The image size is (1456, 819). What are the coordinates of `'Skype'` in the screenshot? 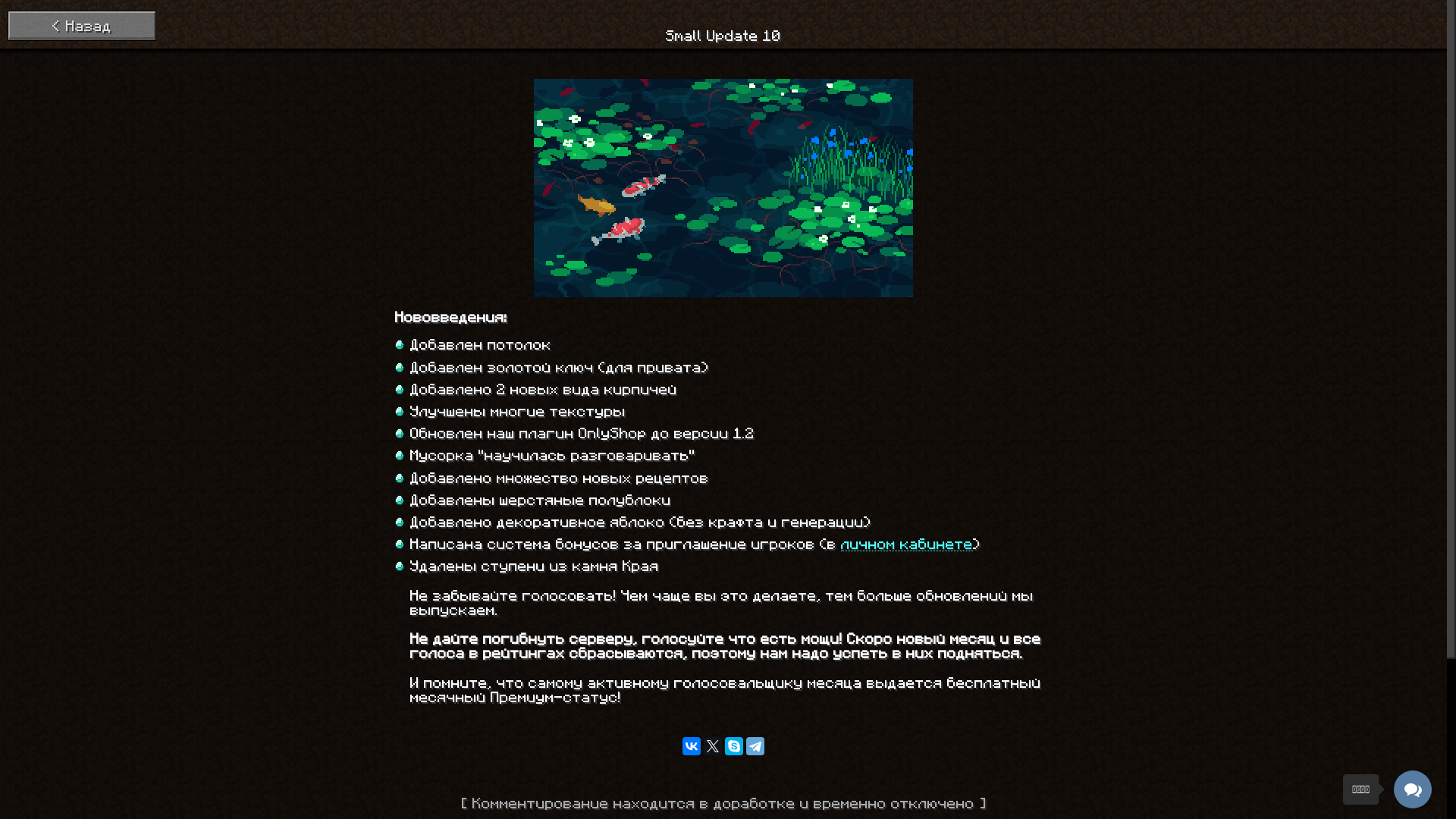 It's located at (734, 745).